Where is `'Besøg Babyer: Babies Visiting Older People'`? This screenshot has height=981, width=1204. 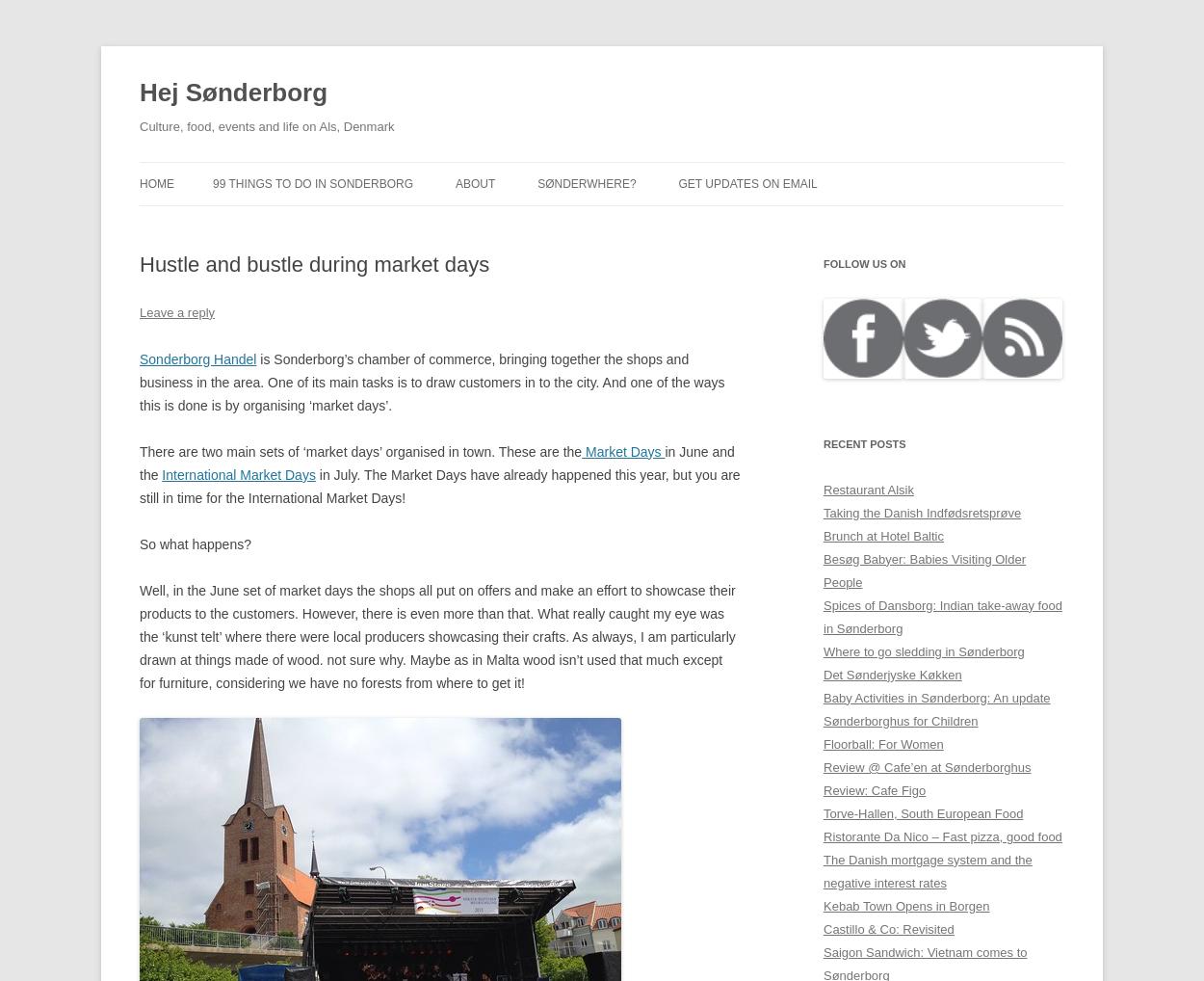 'Besøg Babyer: Babies Visiting Older People' is located at coordinates (924, 570).